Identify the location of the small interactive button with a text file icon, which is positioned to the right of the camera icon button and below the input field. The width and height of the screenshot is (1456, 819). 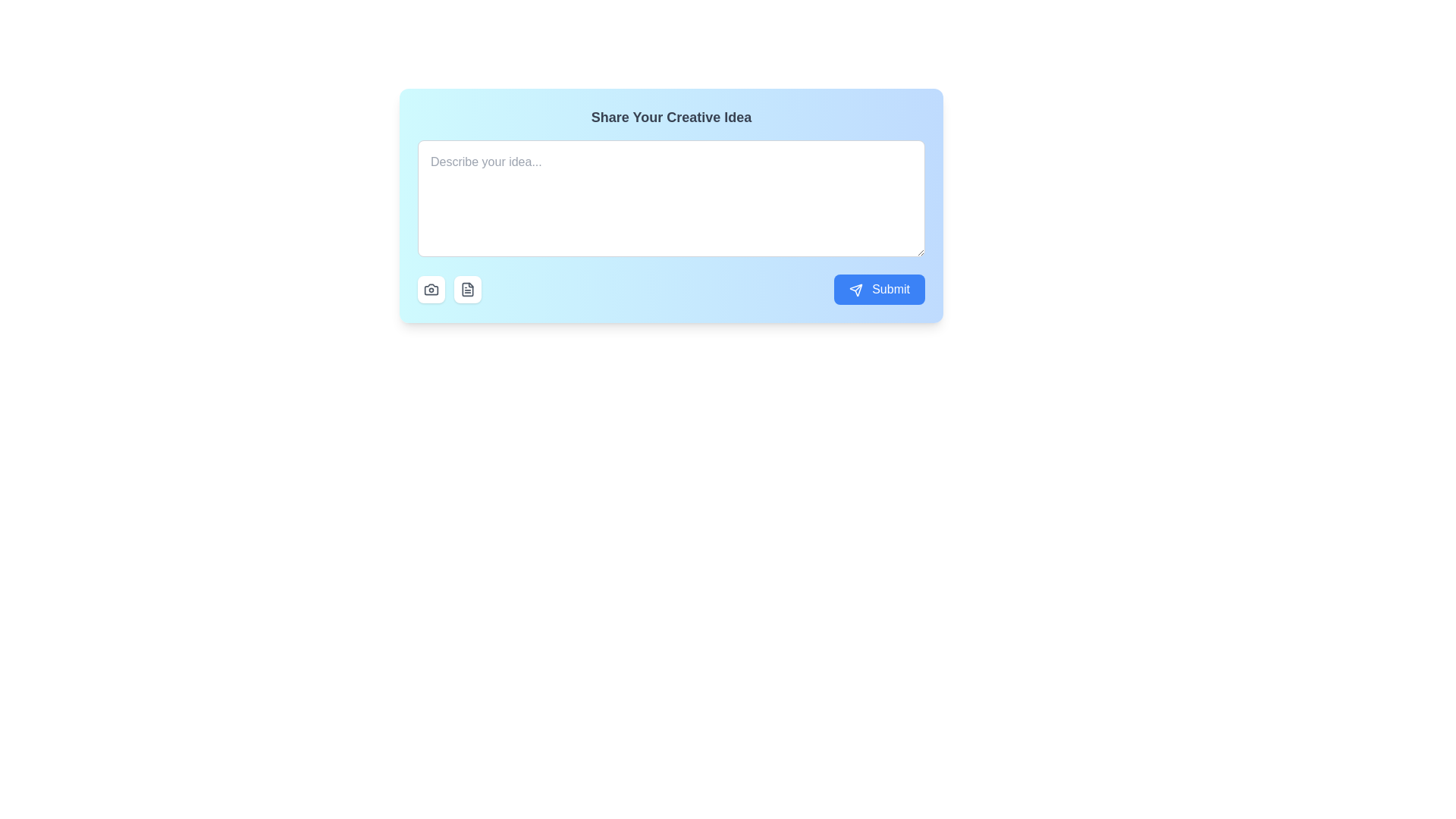
(467, 289).